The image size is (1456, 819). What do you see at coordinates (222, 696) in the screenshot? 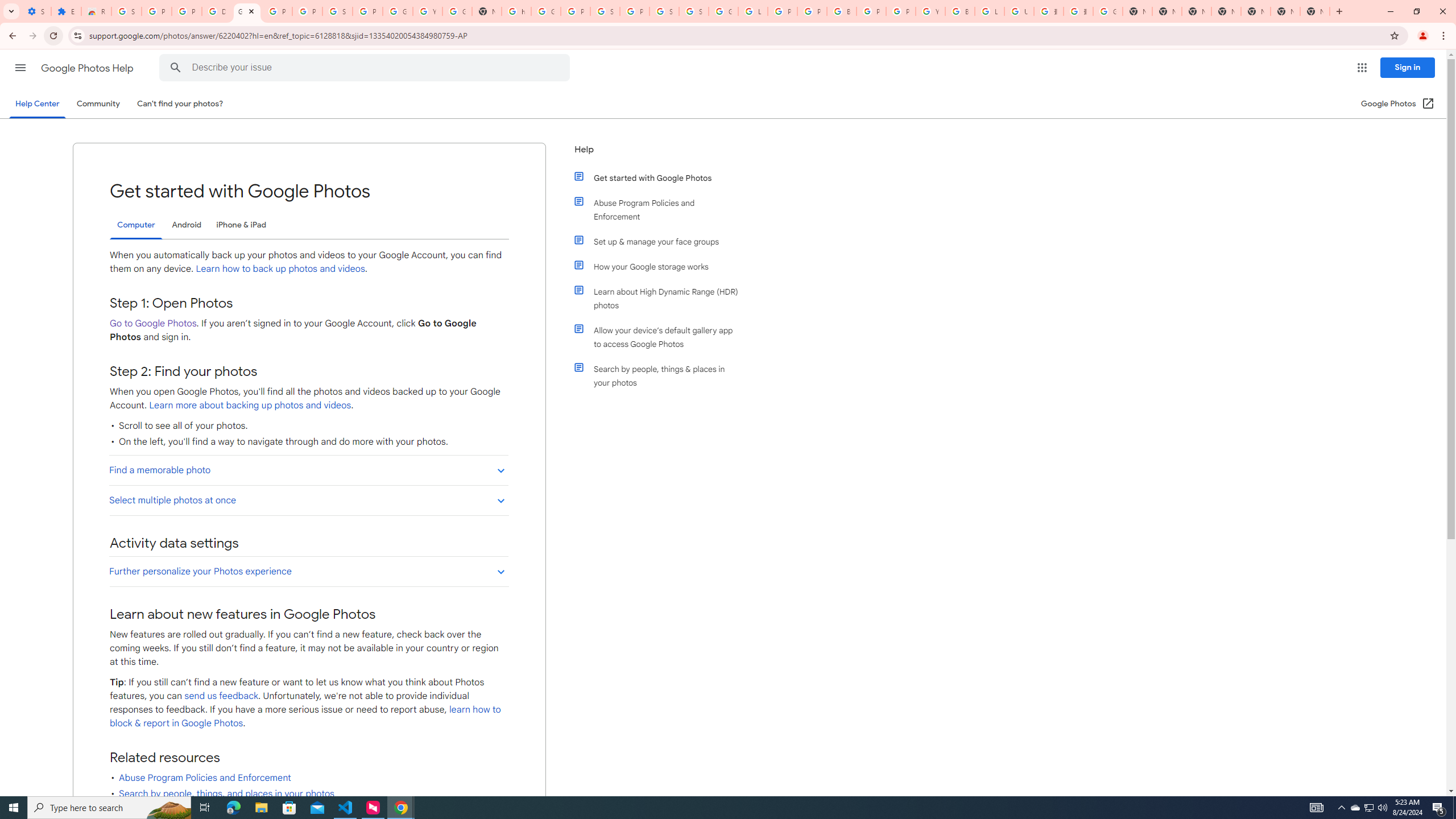
I see `'send us feedback'` at bounding box center [222, 696].